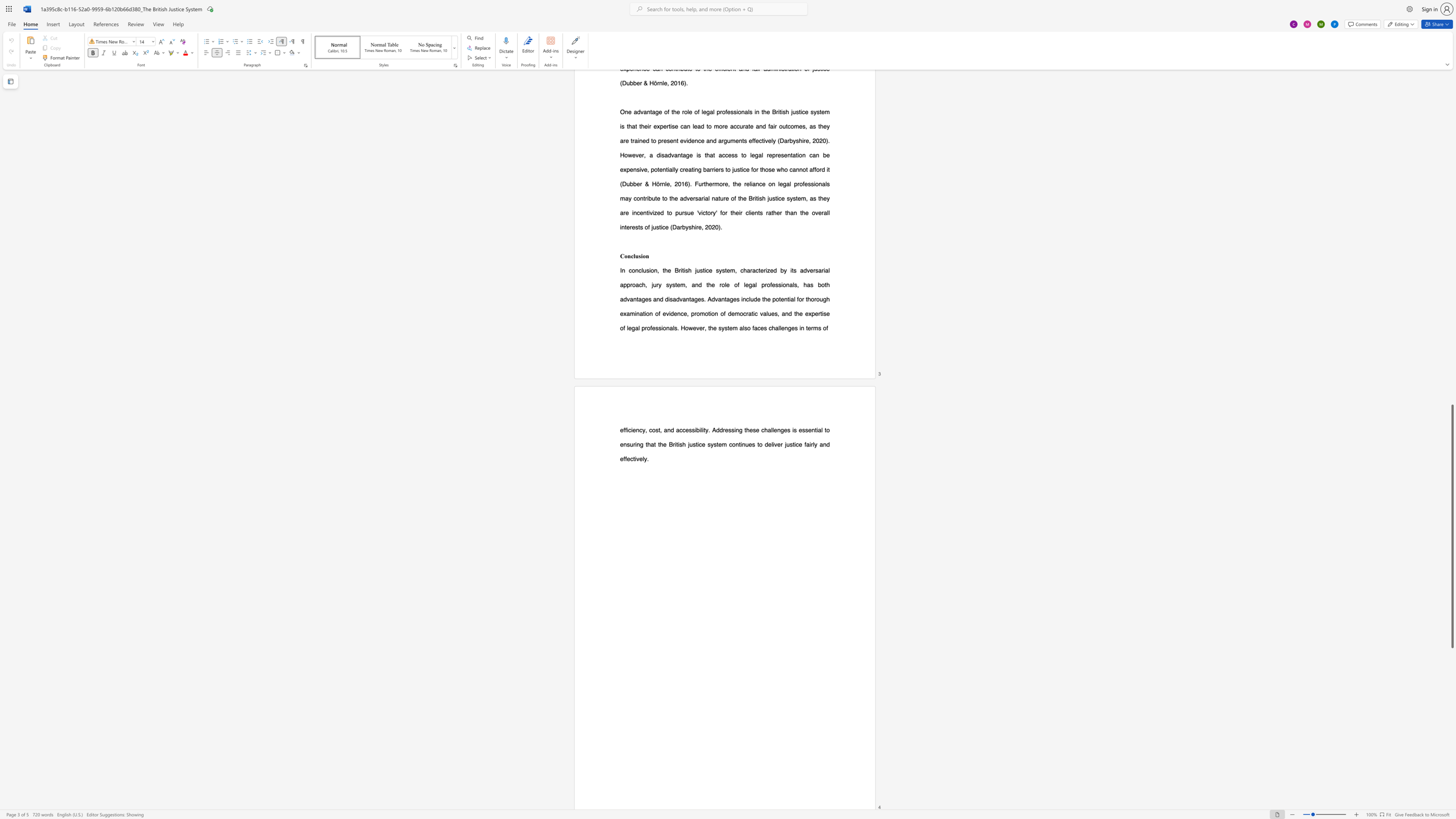  Describe the element at coordinates (1451, 113) in the screenshot. I see `the scrollbar to slide the page up` at that location.